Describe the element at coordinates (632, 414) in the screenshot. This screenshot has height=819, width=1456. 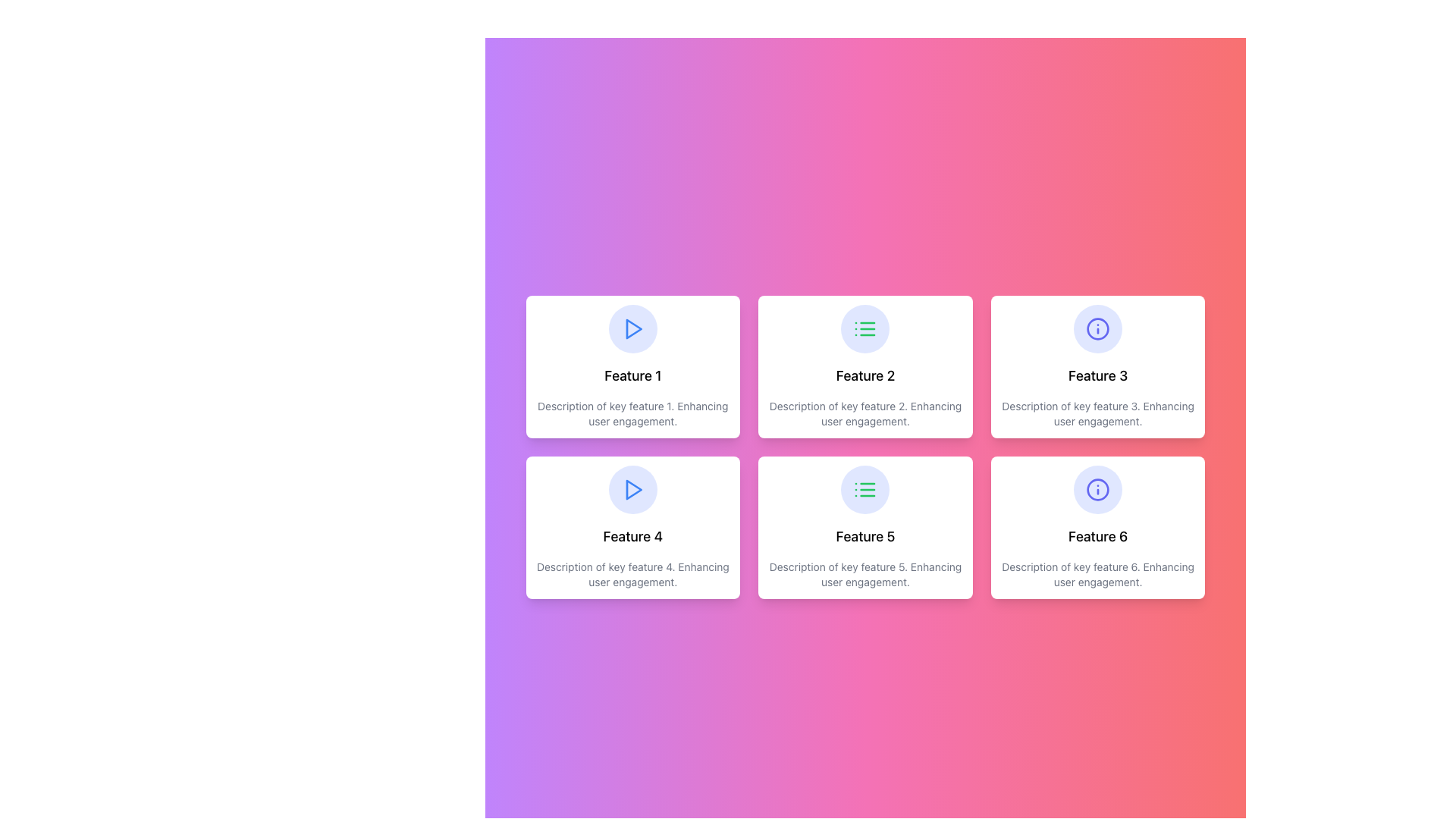
I see `the descriptive text element located beneath the title 'Feature 1' within the white card with rounded corners` at that location.